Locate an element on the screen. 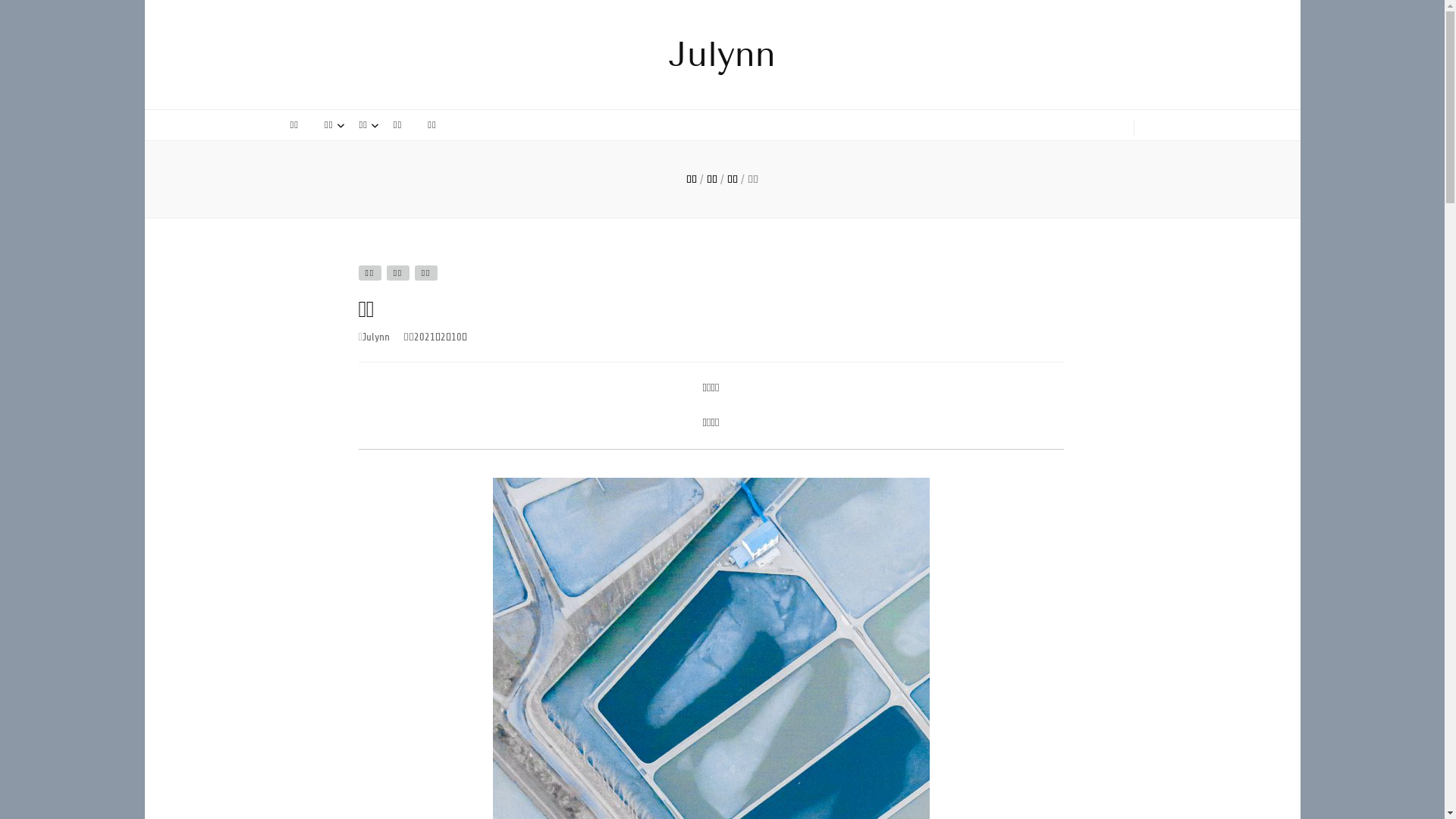 The width and height of the screenshot is (1456, 819). 'Julynn' is located at coordinates (362, 336).